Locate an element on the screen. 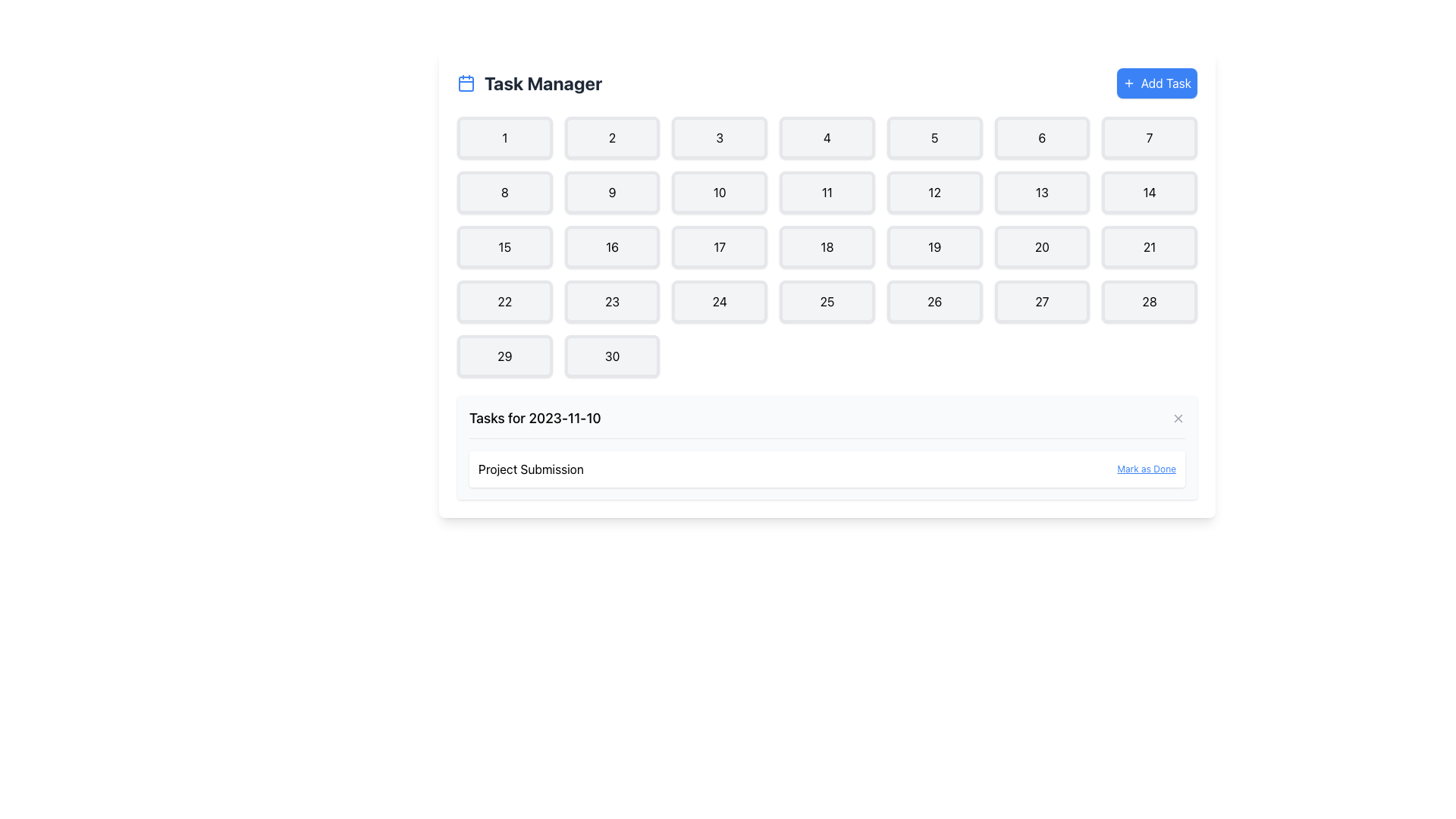  the selectable date button in the calendar interface is located at coordinates (612, 137).